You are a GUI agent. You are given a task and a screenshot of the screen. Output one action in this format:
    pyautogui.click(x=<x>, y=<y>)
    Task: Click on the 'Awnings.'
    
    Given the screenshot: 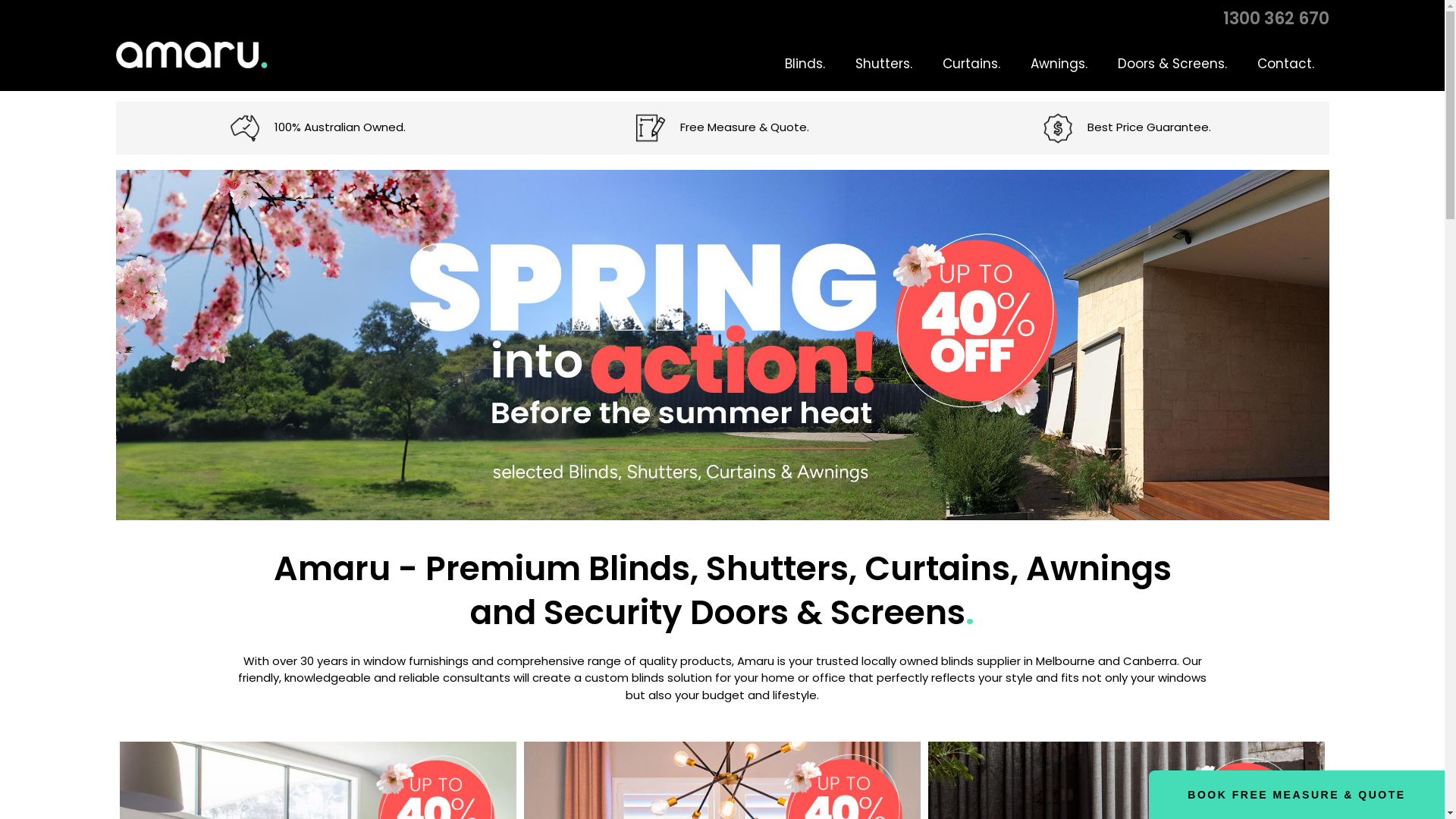 What is the action you would take?
    pyautogui.click(x=1057, y=63)
    